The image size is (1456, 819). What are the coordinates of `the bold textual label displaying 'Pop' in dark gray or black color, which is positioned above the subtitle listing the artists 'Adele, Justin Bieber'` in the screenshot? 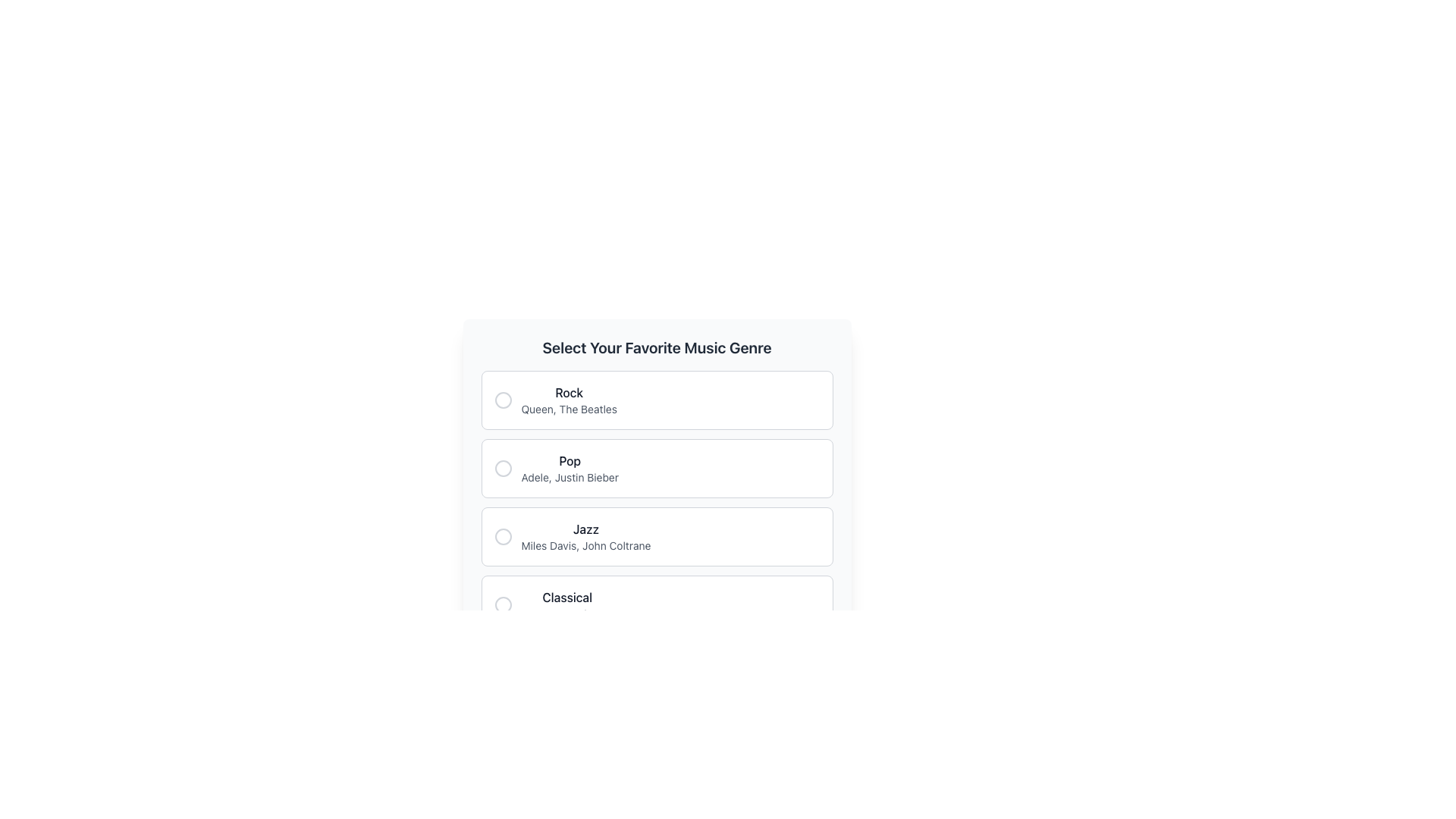 It's located at (569, 460).